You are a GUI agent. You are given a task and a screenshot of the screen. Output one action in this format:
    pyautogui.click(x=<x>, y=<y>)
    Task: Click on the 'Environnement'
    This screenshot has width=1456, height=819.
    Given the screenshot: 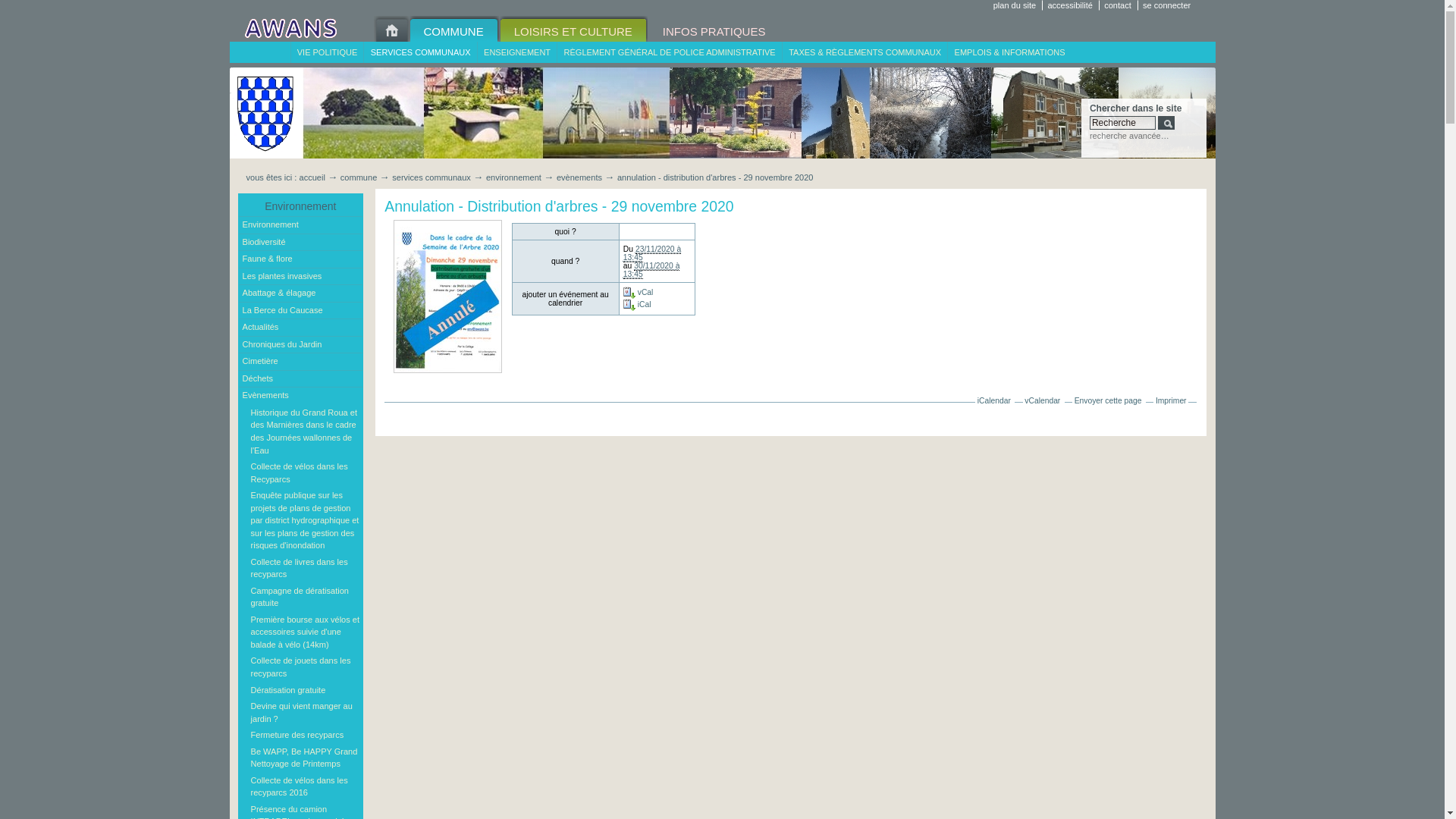 What is the action you would take?
    pyautogui.click(x=301, y=225)
    